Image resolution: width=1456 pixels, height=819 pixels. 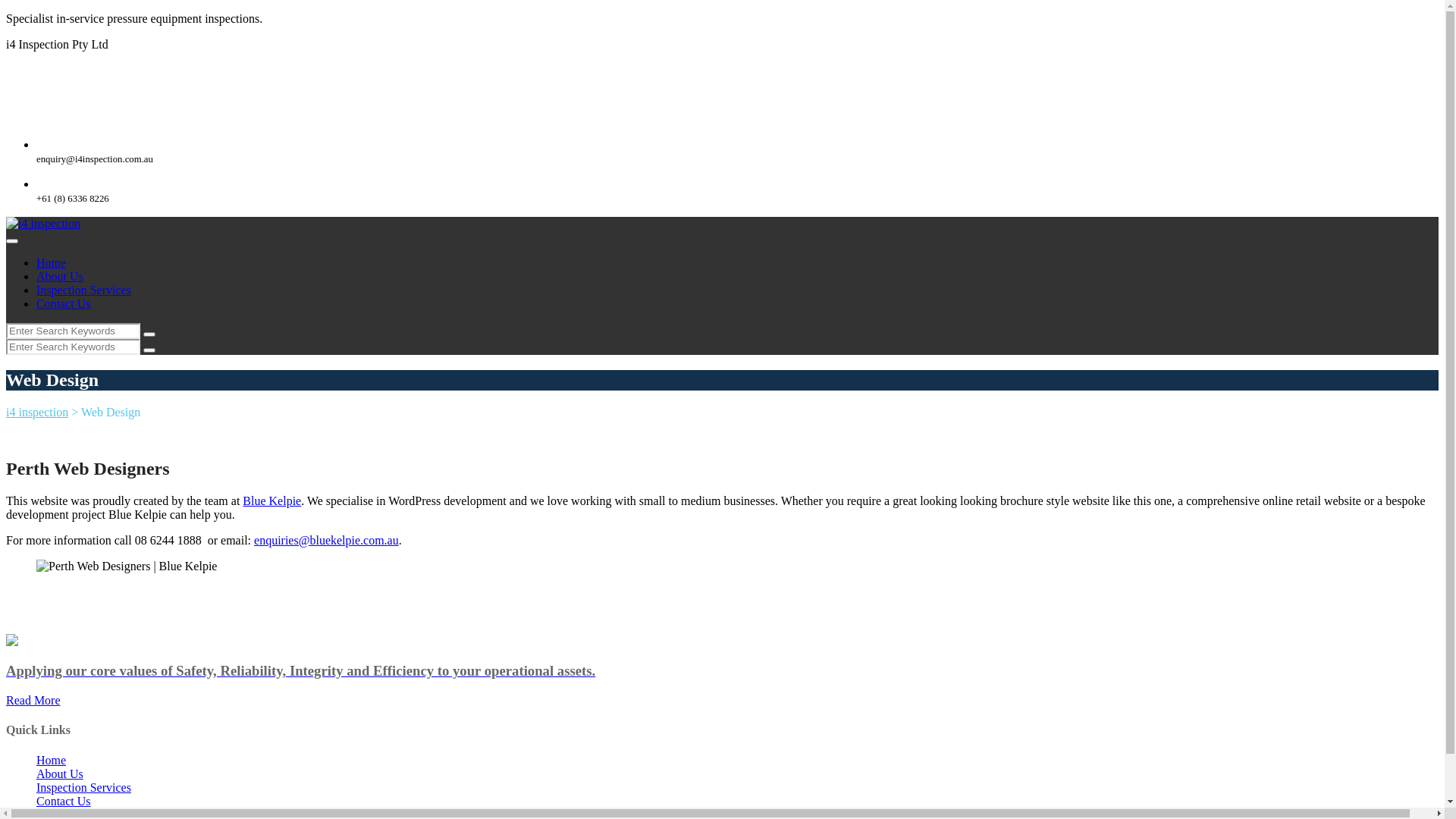 I want to click on 'Read More', so click(x=33, y=700).